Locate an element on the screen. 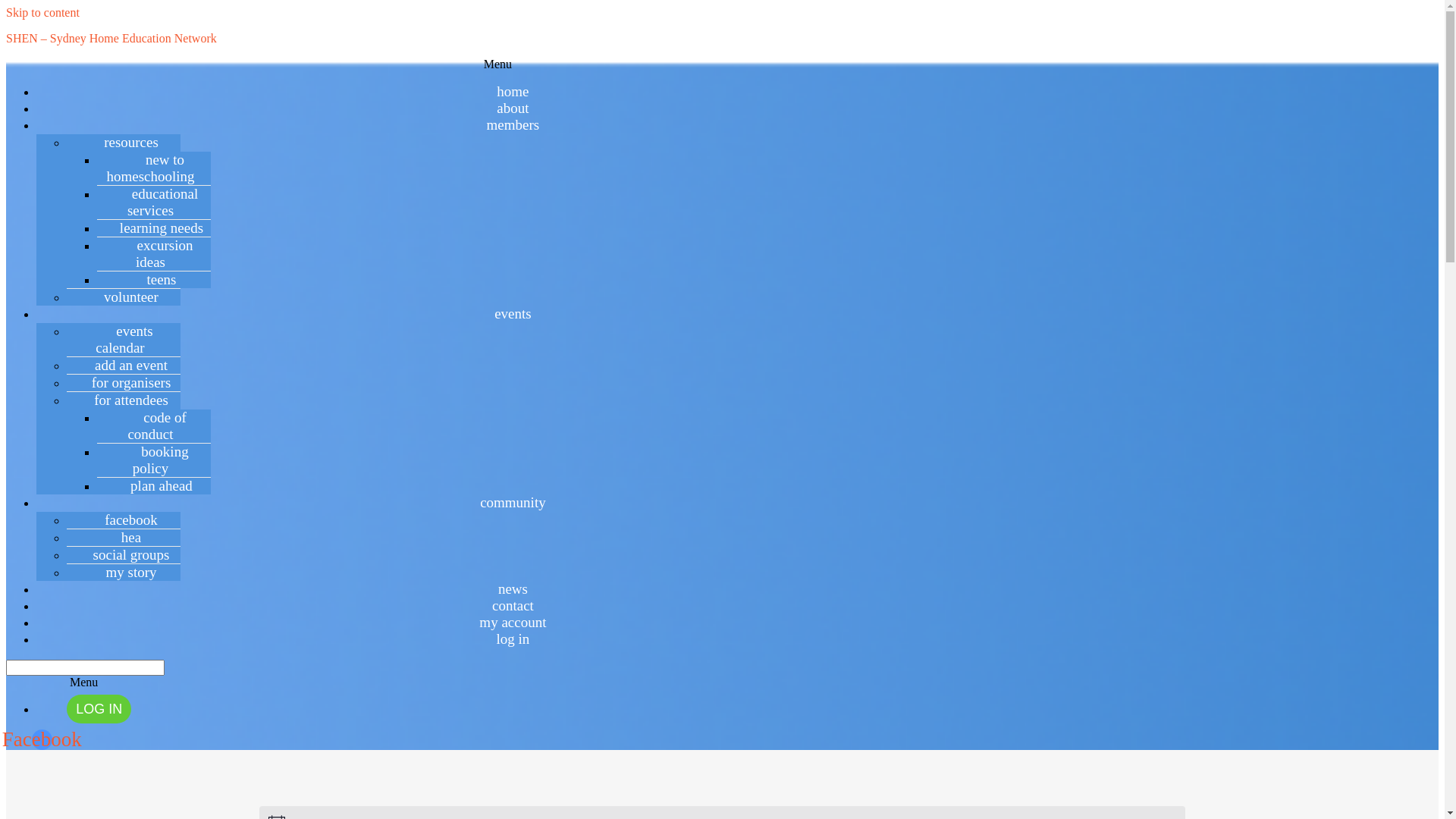  'educational services' is located at coordinates (154, 201).